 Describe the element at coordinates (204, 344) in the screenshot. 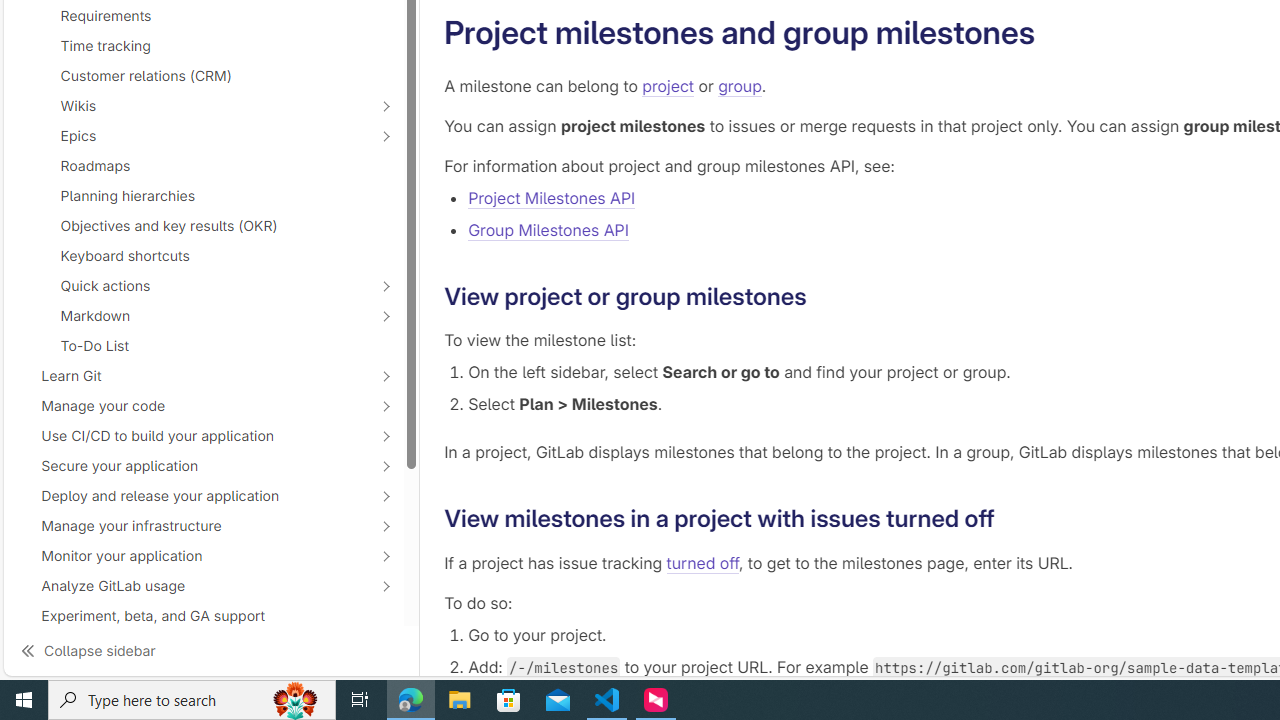

I see `'To-Do List'` at that location.